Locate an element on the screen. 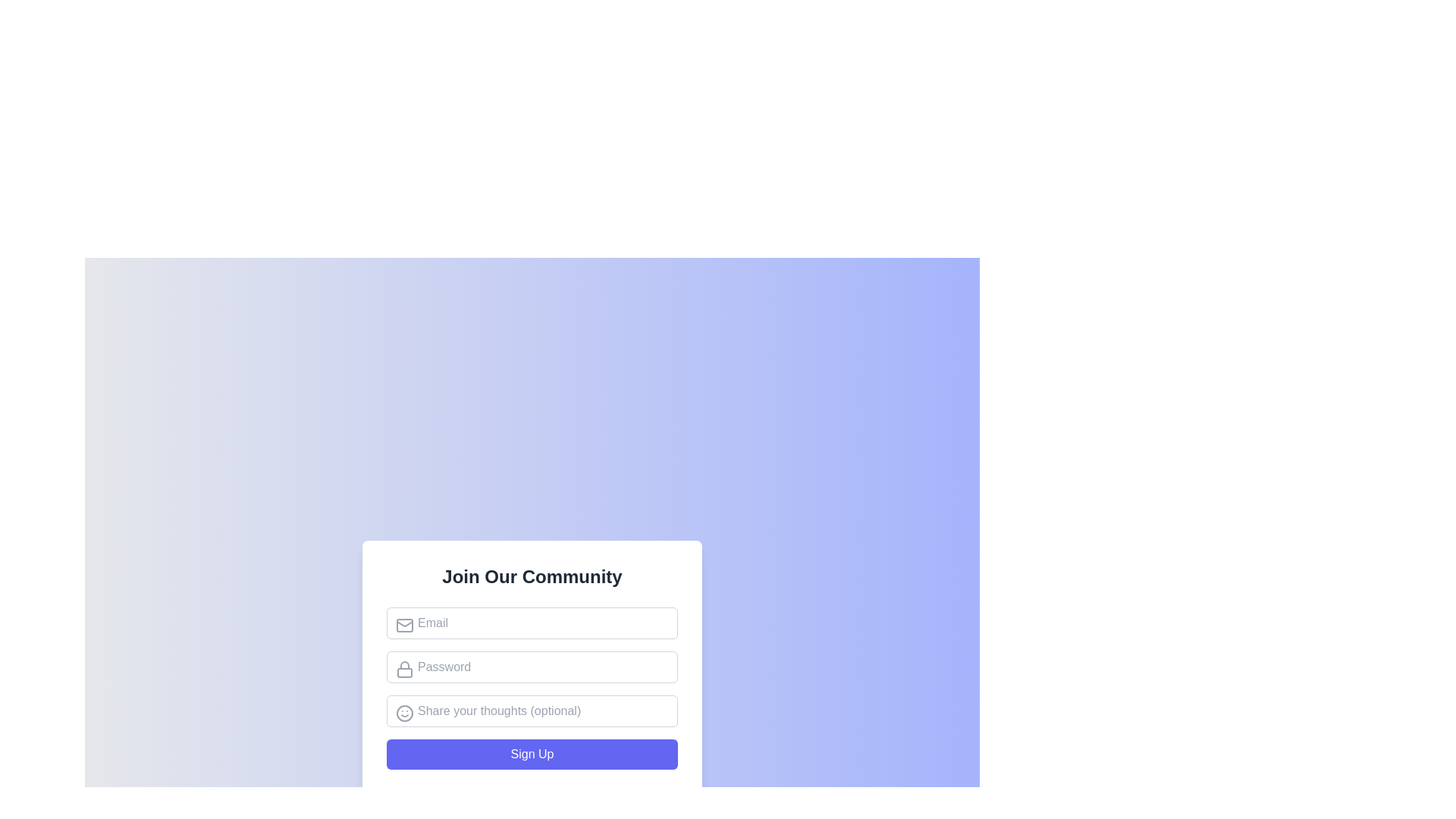  the input fields within the user registration form located under the 'Join Our Community' heading to focus on them is located at coordinates (532, 688).